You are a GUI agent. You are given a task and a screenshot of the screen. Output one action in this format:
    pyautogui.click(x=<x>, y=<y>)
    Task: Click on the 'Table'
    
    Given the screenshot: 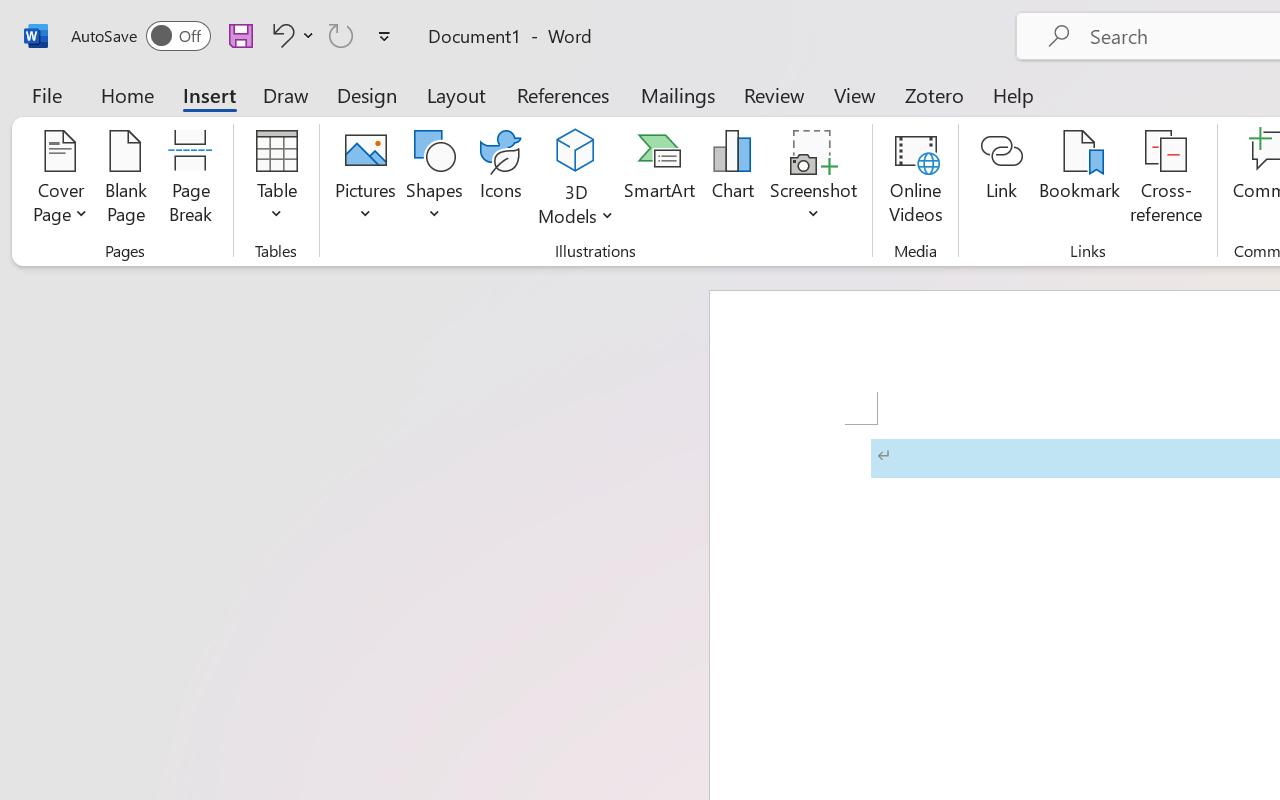 What is the action you would take?
    pyautogui.click(x=276, y=179)
    